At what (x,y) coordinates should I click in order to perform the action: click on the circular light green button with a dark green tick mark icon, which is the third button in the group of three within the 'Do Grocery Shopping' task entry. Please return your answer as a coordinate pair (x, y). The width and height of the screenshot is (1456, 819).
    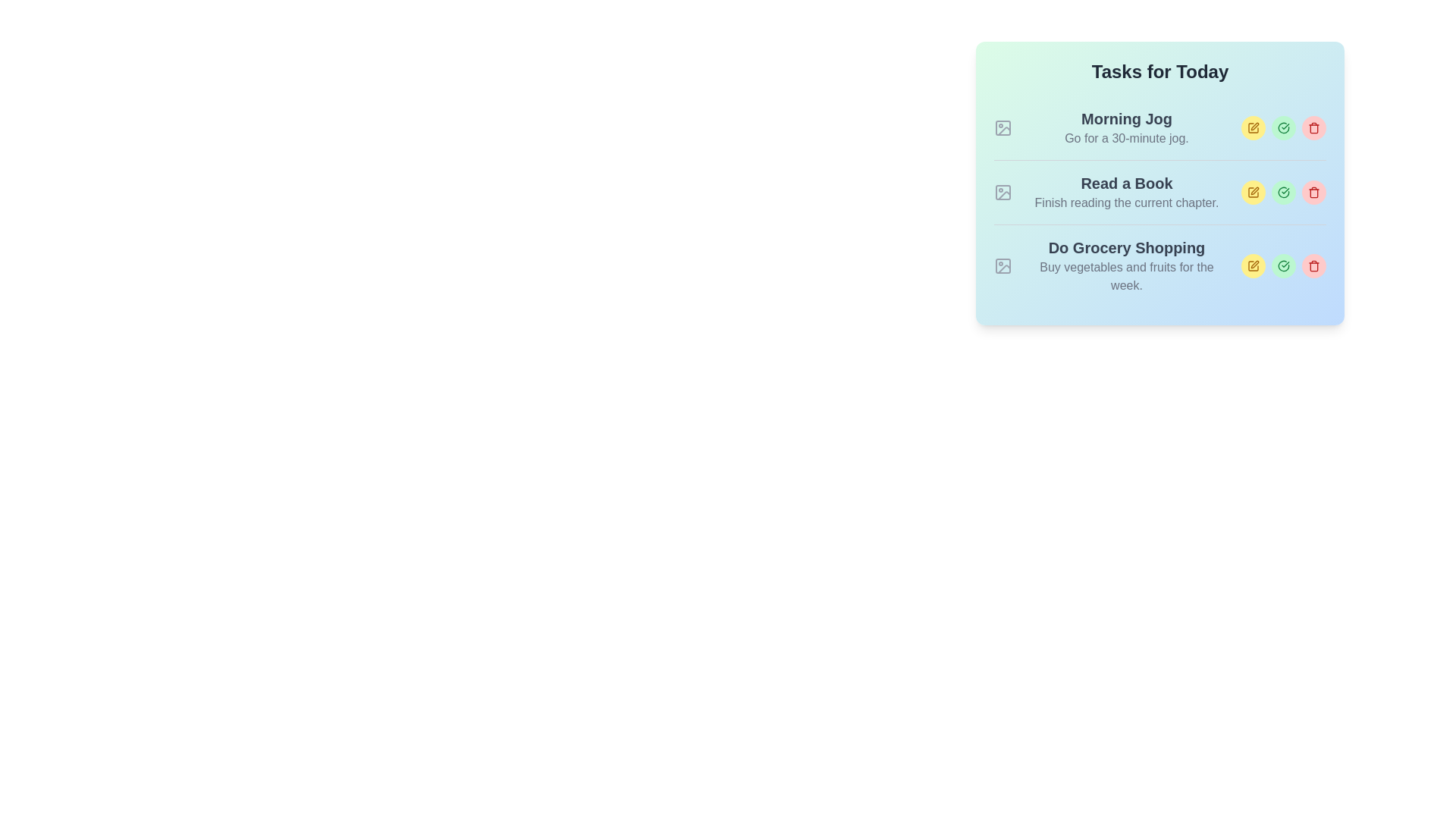
    Looking at the image, I should click on (1283, 265).